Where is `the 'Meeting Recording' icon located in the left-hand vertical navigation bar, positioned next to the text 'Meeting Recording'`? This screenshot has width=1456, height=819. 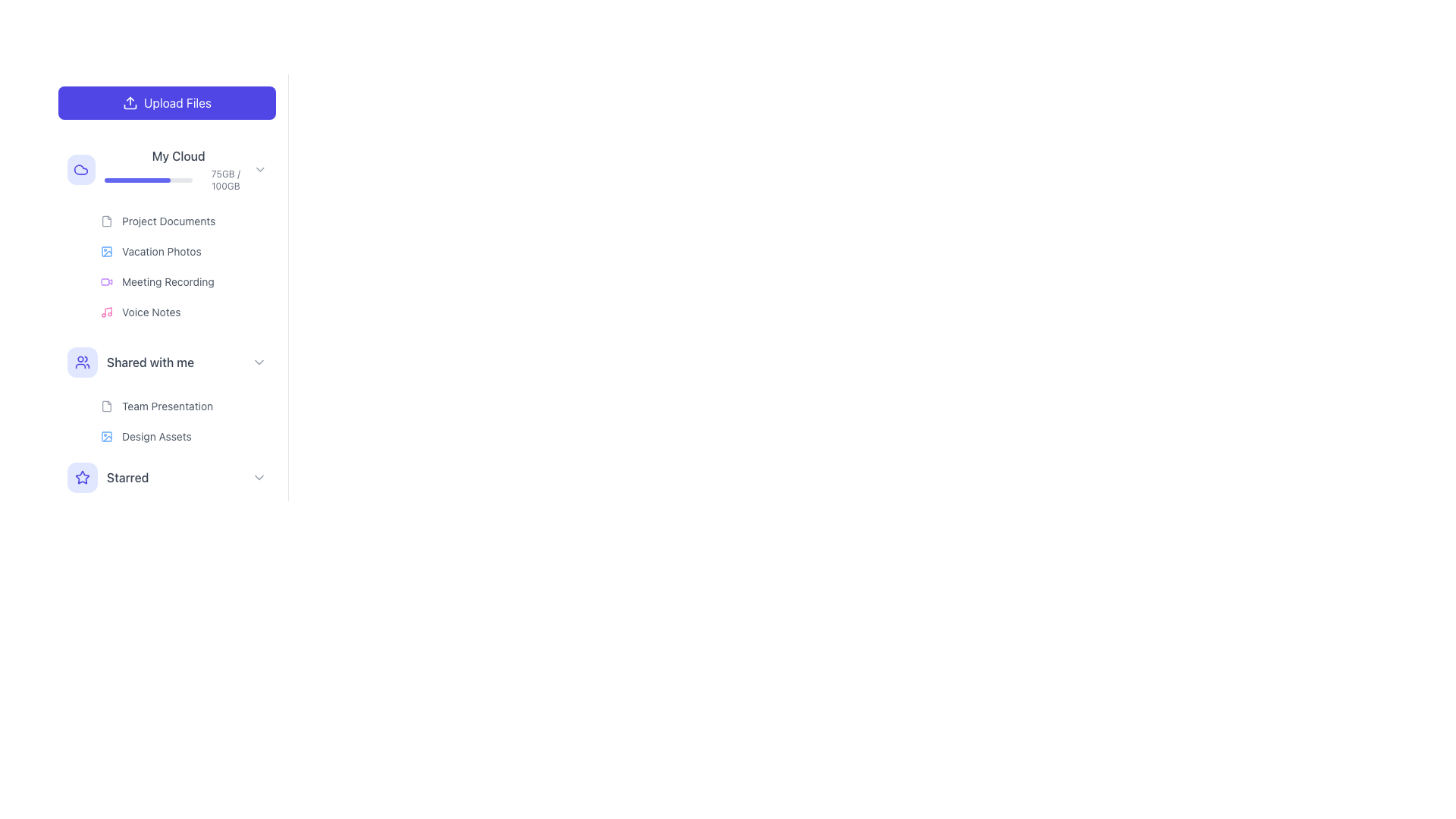
the 'Meeting Recording' icon located in the left-hand vertical navigation bar, positioned next to the text 'Meeting Recording' is located at coordinates (105, 281).